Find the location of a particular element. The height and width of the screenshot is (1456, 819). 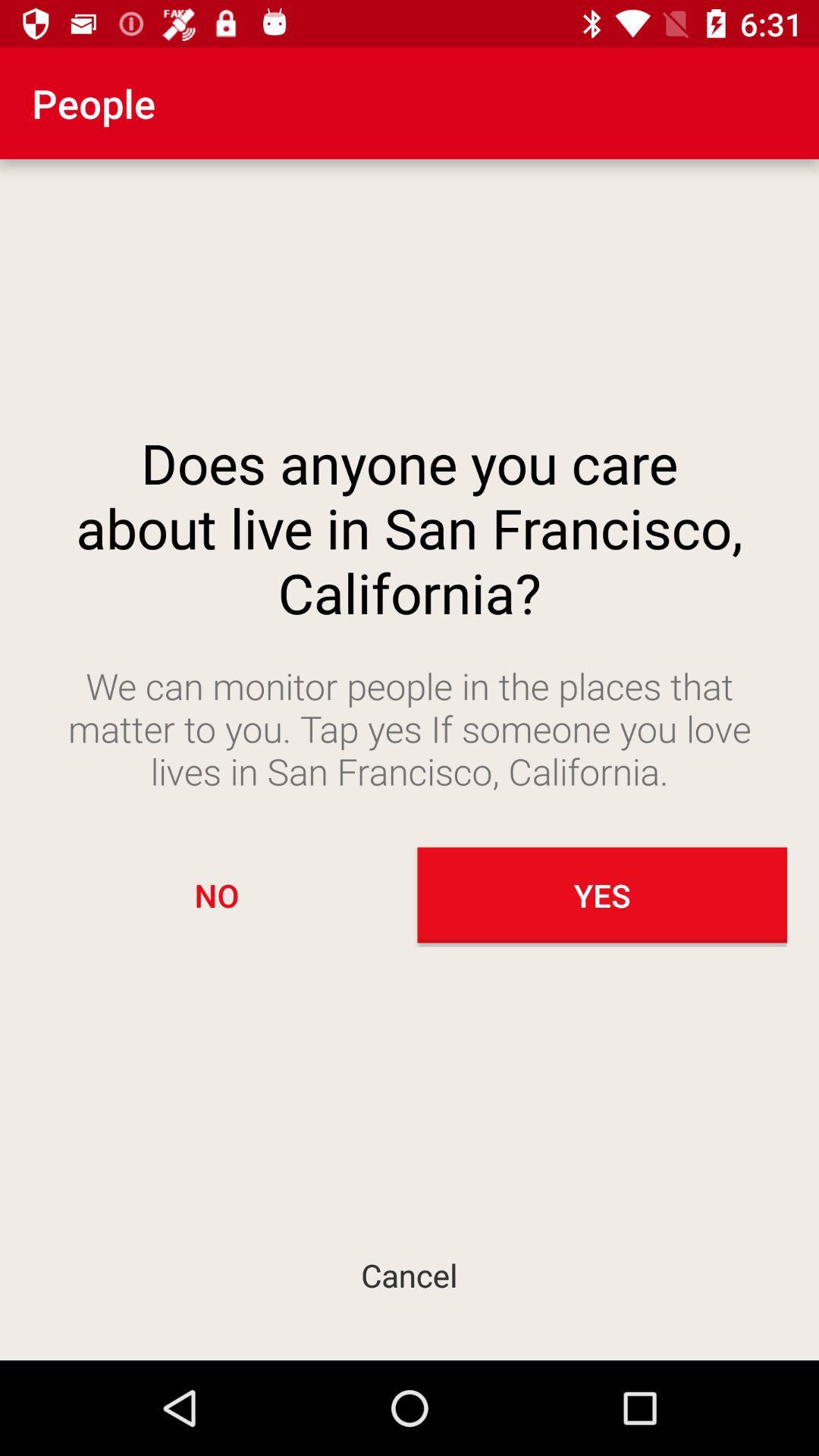

the icon above cancel icon is located at coordinates (216, 895).